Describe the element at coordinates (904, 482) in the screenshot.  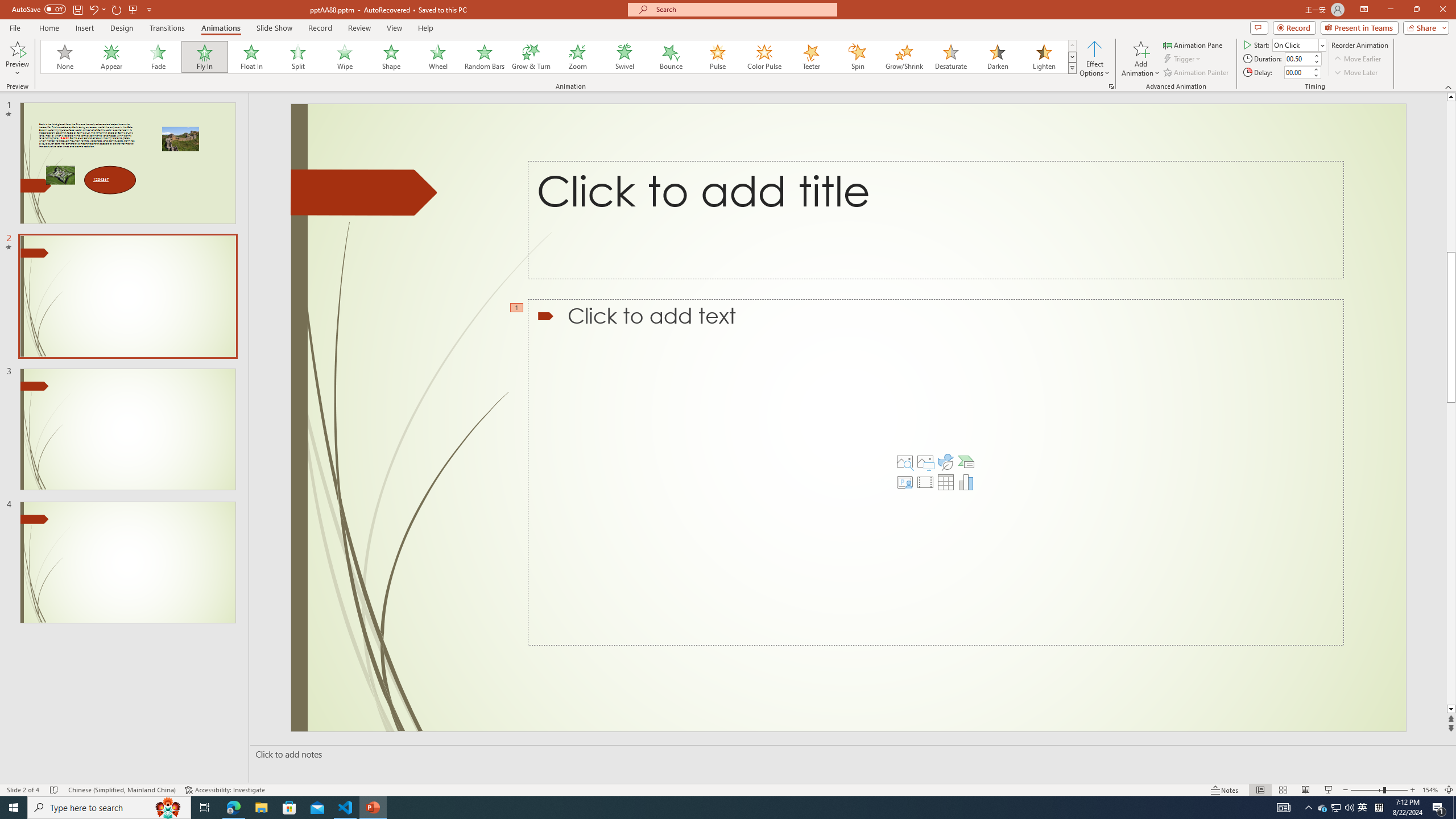
I see `'Insert Cameo'` at that location.